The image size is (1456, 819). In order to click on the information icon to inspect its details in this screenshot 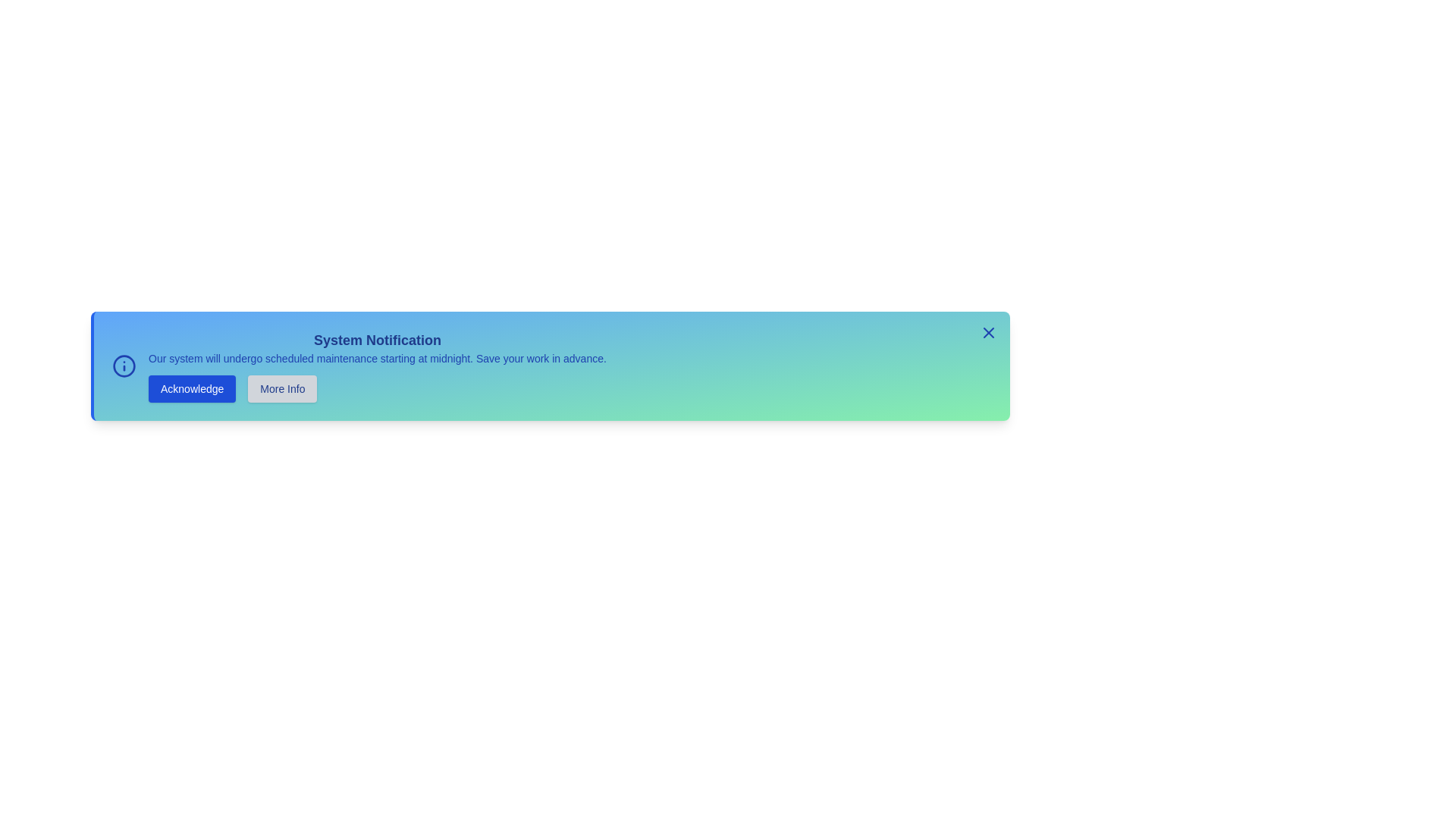, I will do `click(124, 366)`.